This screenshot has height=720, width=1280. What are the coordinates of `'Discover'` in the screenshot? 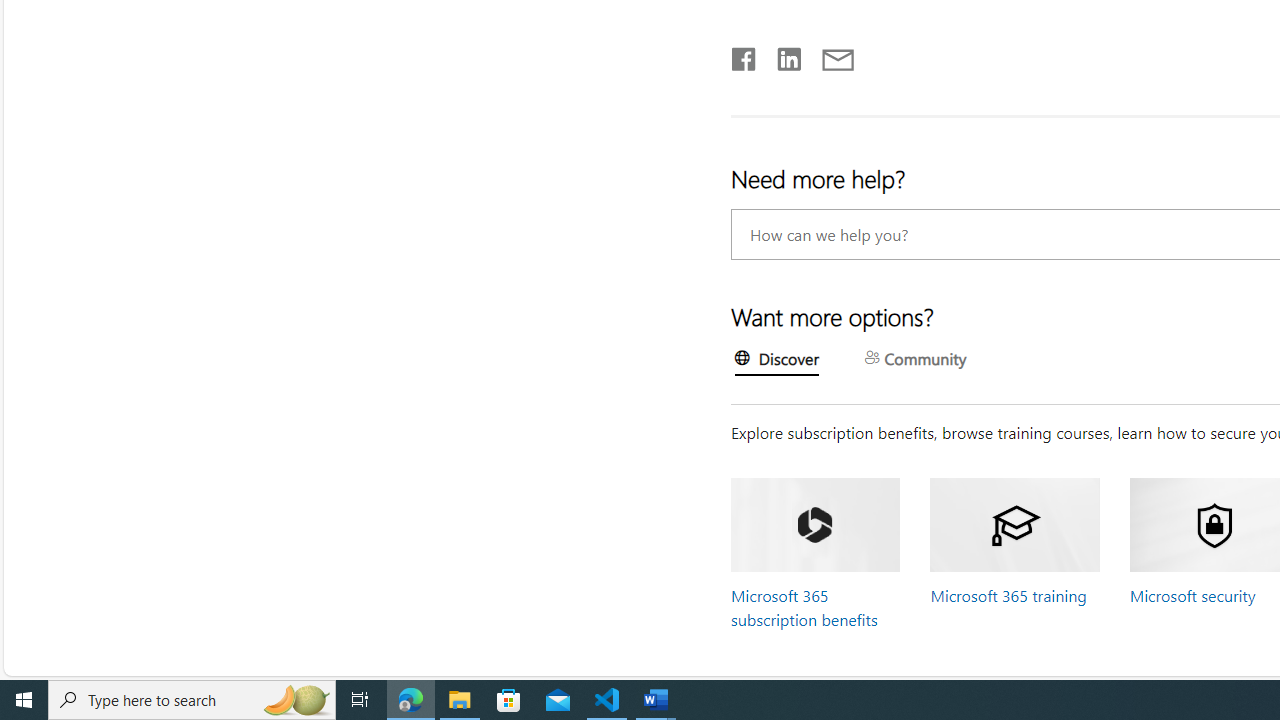 It's located at (776, 361).